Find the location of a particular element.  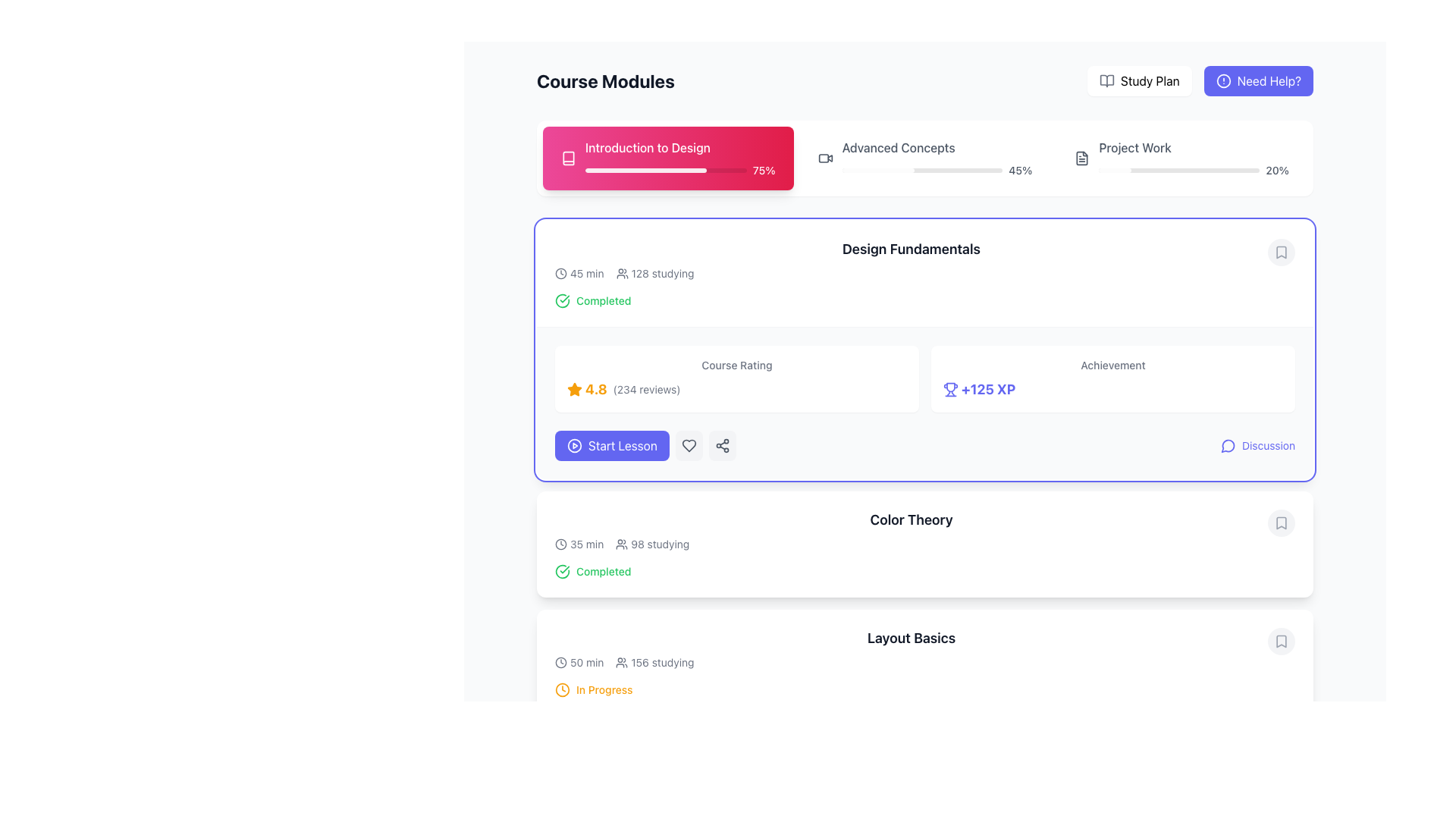

the 'Start Lesson' button, which is a rectangular button with a blue background and white text, located within the 'Design Fundamentals' card is located at coordinates (623, 444).